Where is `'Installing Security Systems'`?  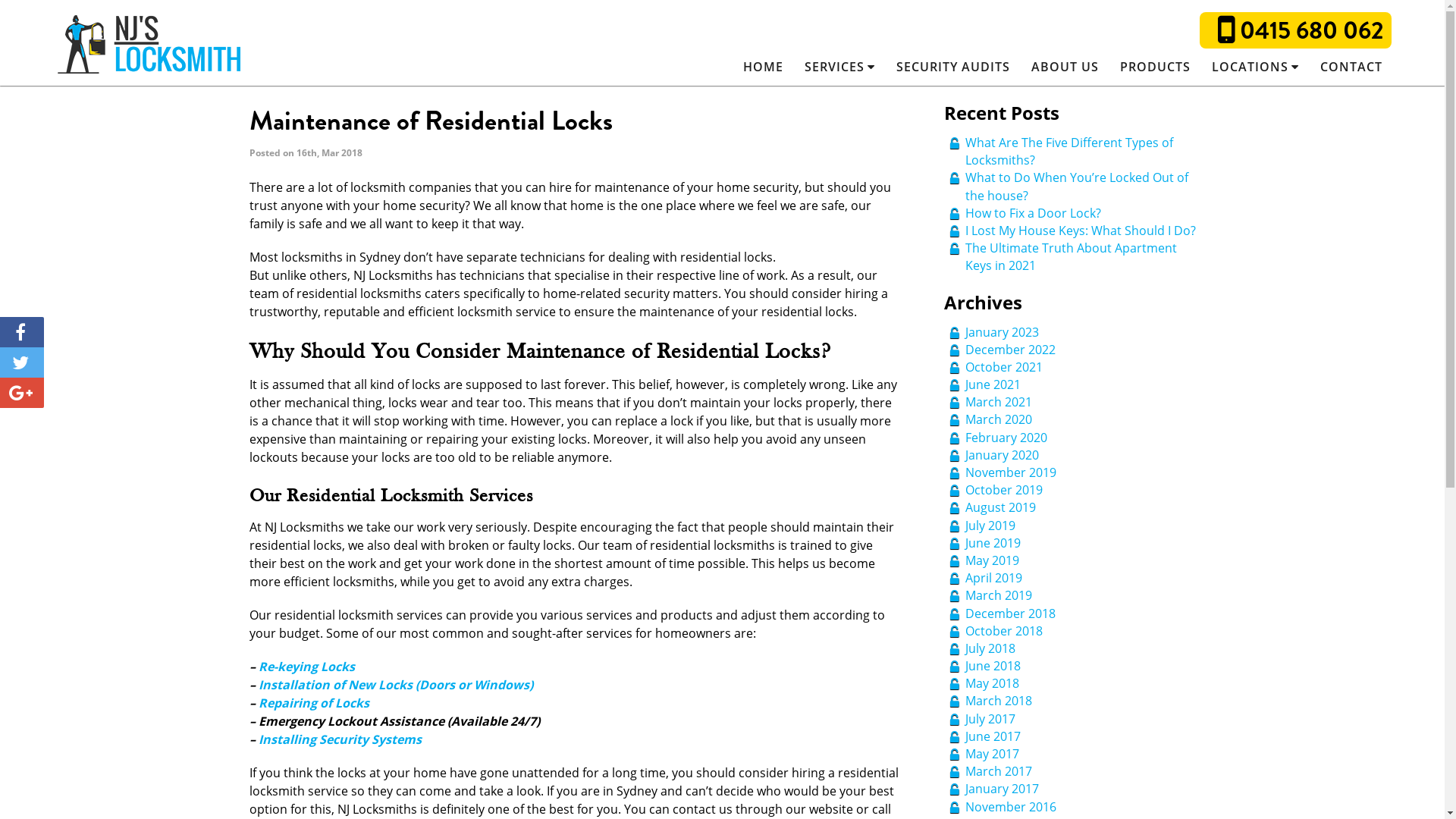 'Installing Security Systems' is located at coordinates (338, 739).